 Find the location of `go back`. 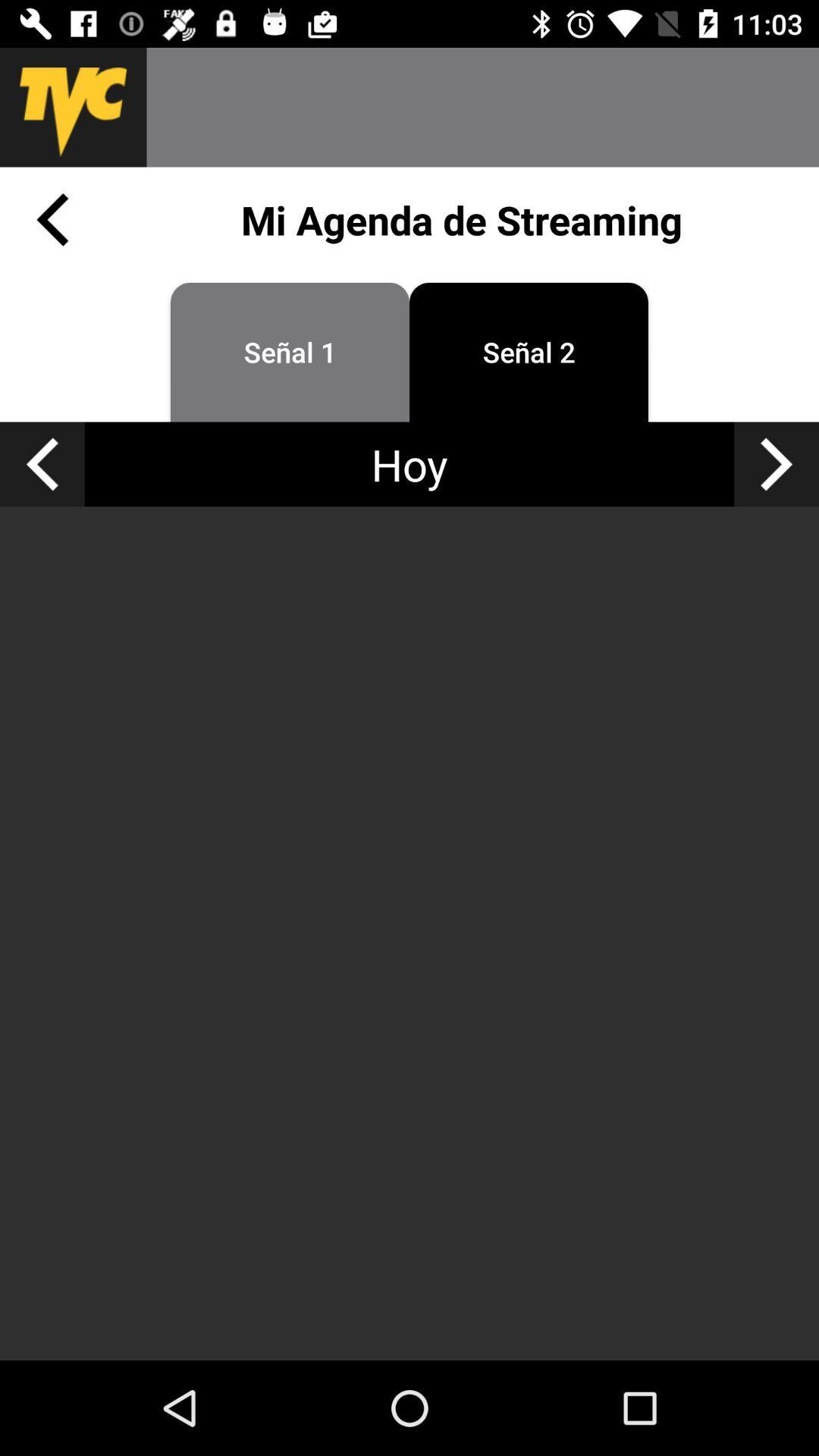

go back is located at coordinates (52, 218).